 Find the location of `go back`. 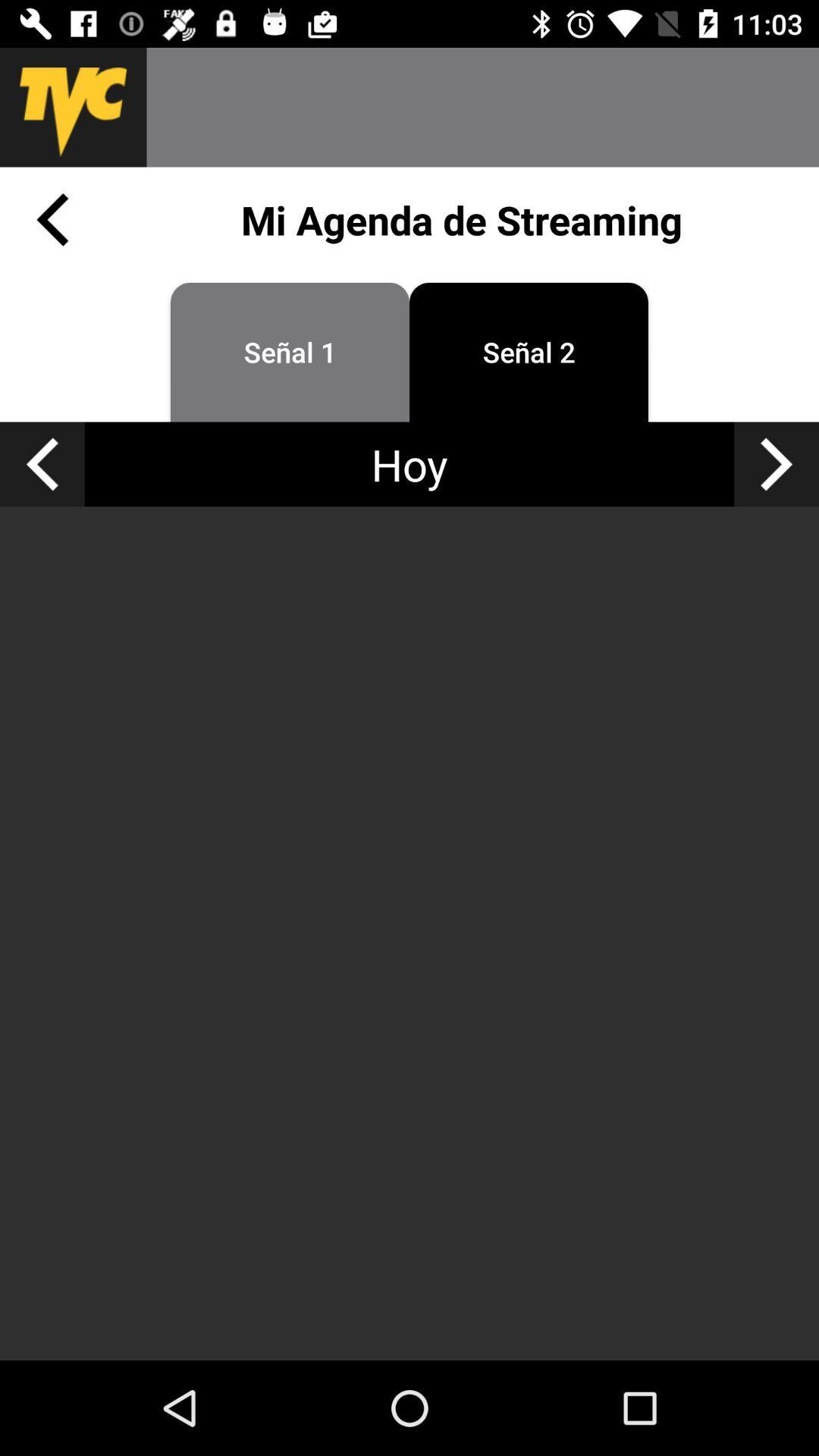

go back is located at coordinates (52, 218).